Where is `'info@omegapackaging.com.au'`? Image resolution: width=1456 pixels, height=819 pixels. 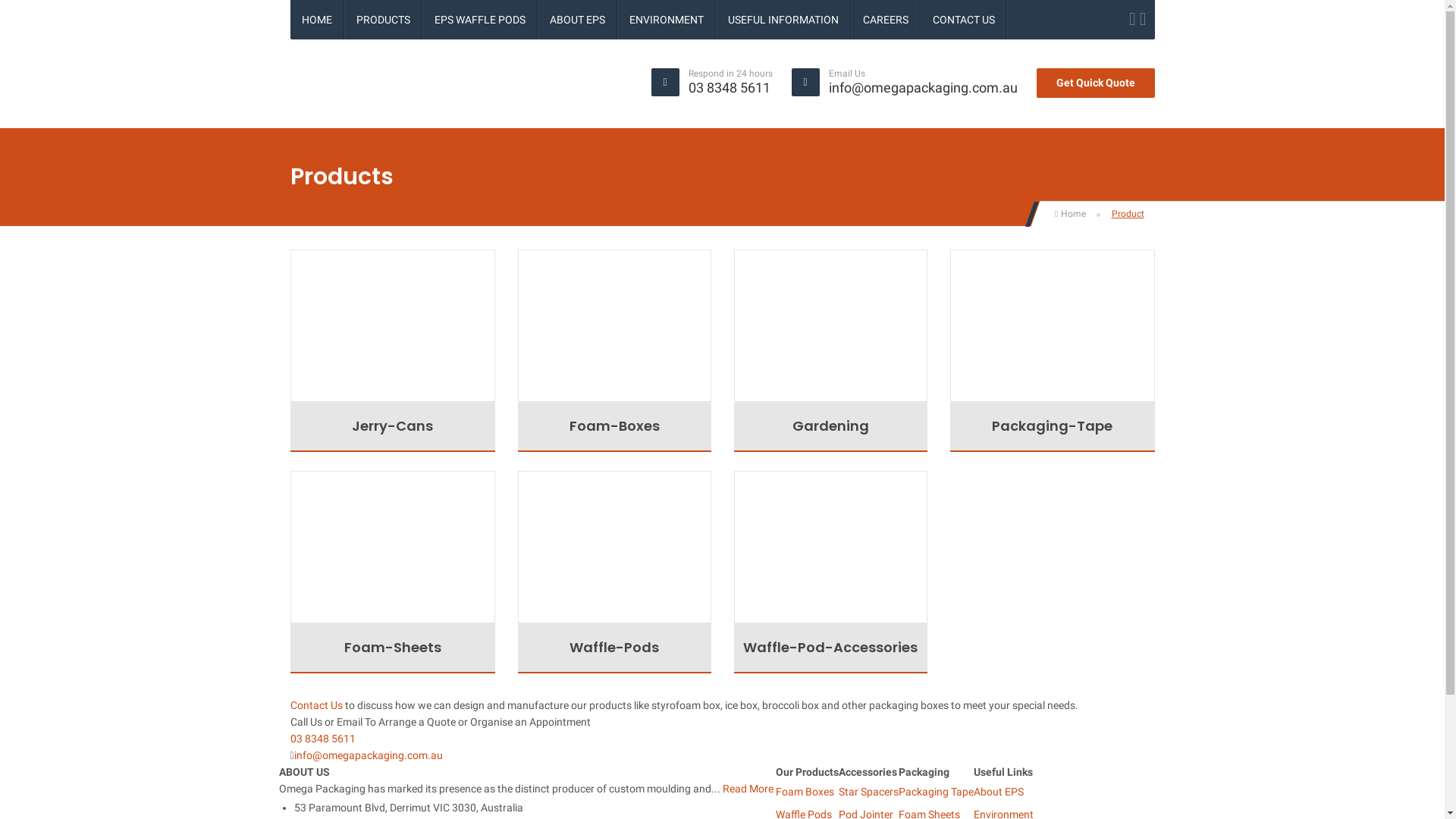 'info@omegapackaging.com.au' is located at coordinates (368, 755).